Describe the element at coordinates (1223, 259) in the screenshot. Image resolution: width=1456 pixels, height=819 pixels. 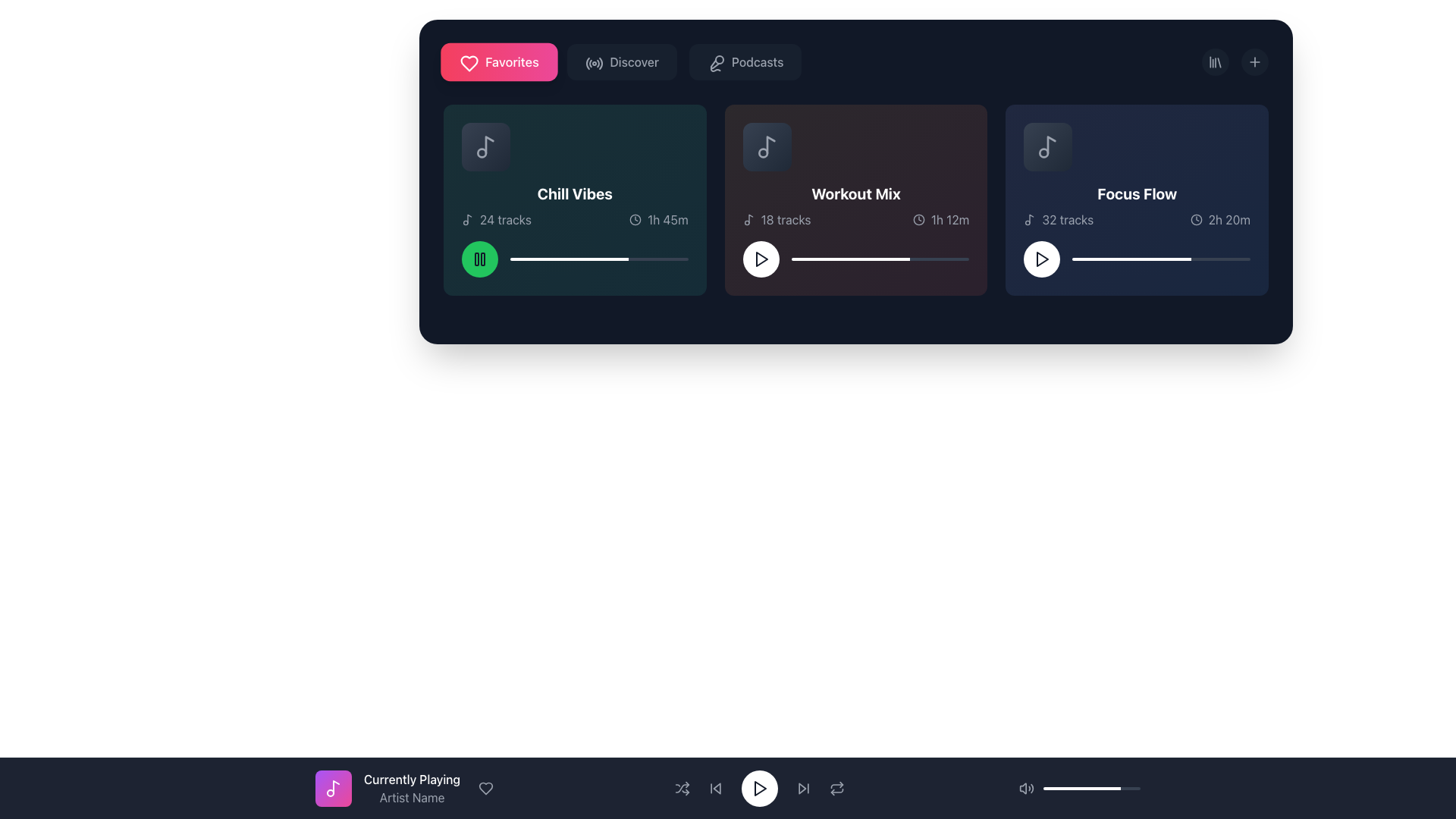
I see `the slider position` at that location.